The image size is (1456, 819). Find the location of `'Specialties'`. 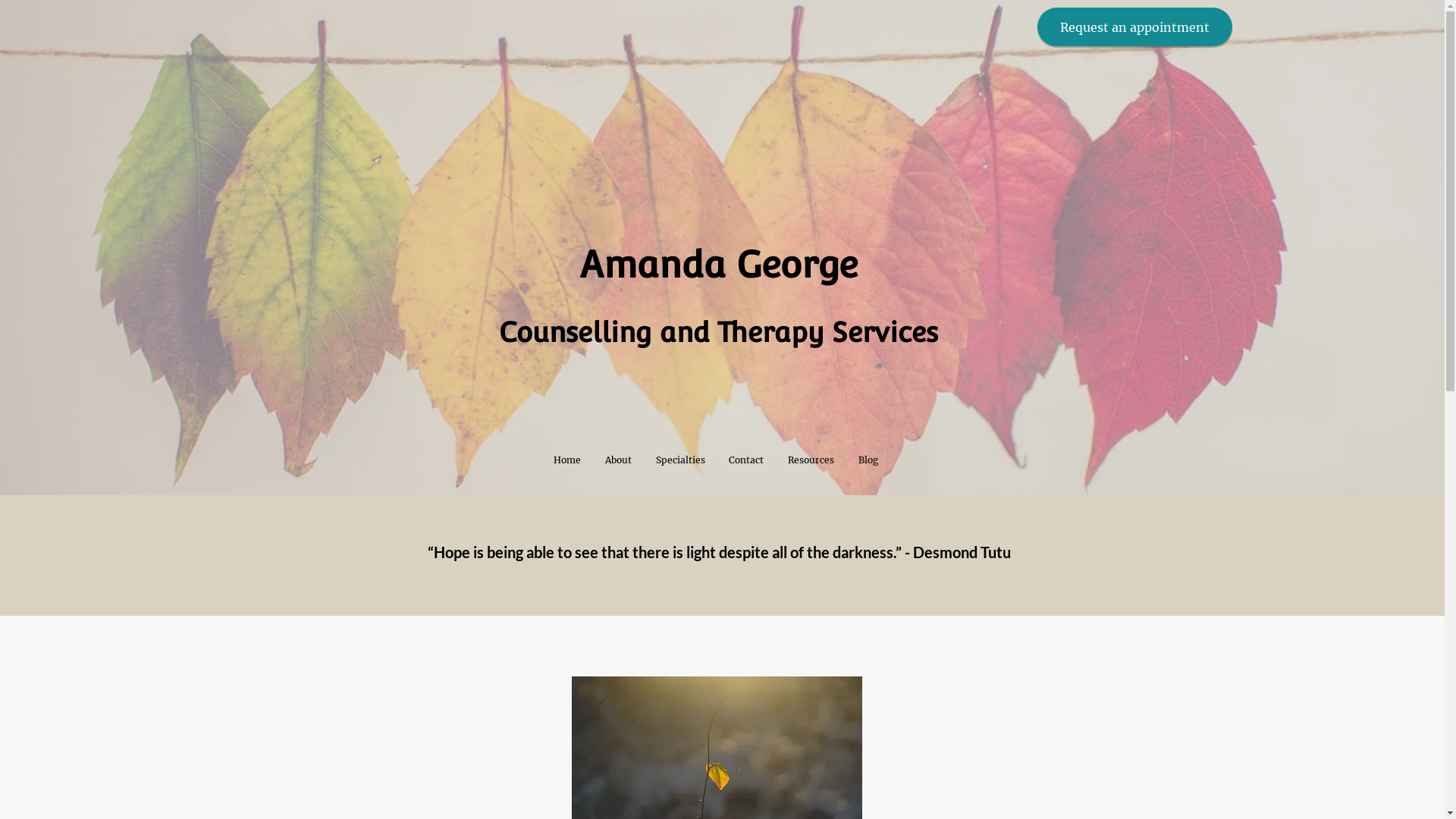

'Specialties' is located at coordinates (679, 459).